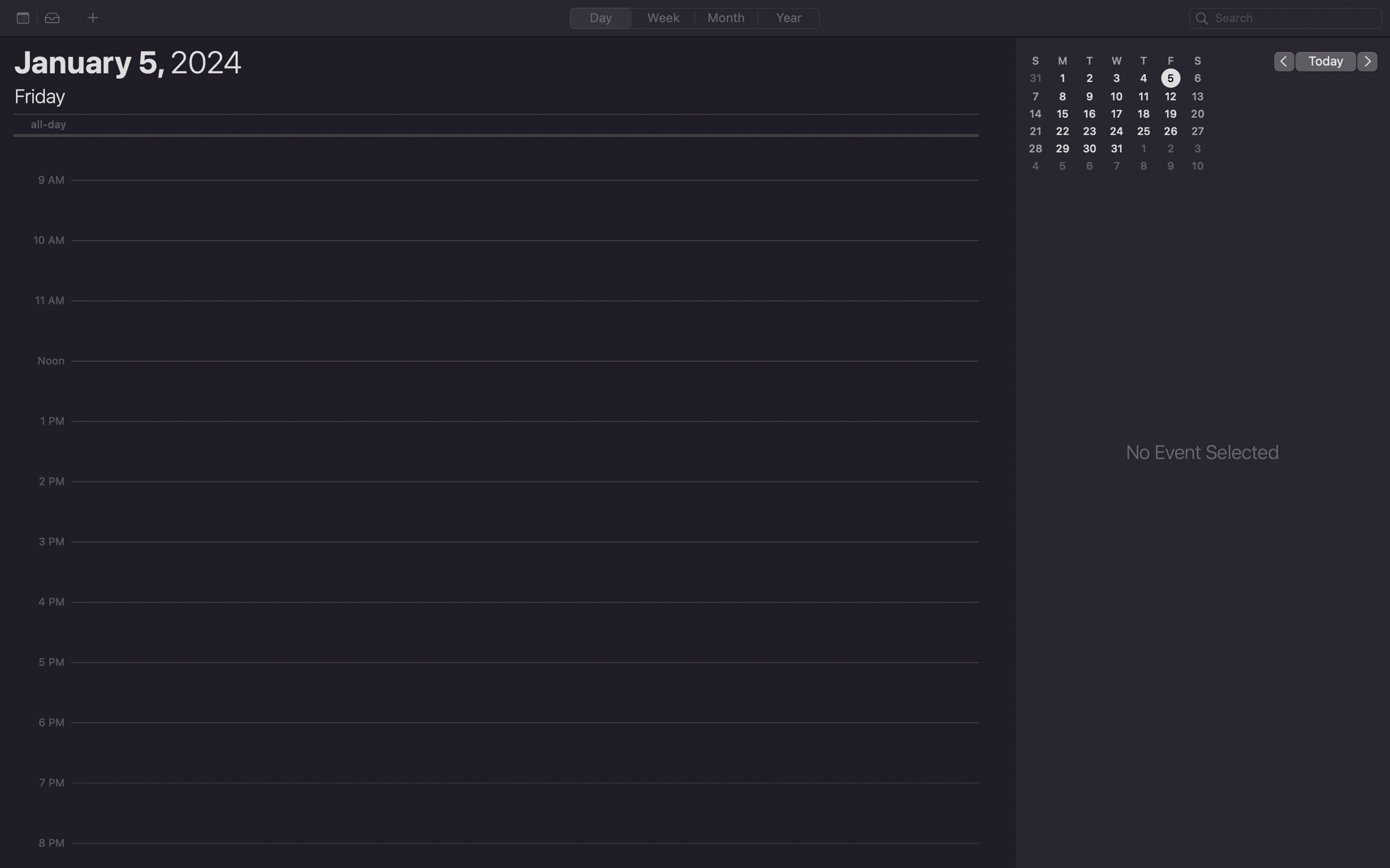 The width and height of the screenshot is (1390, 868). I want to click on the number 31, so click(1118, 149).